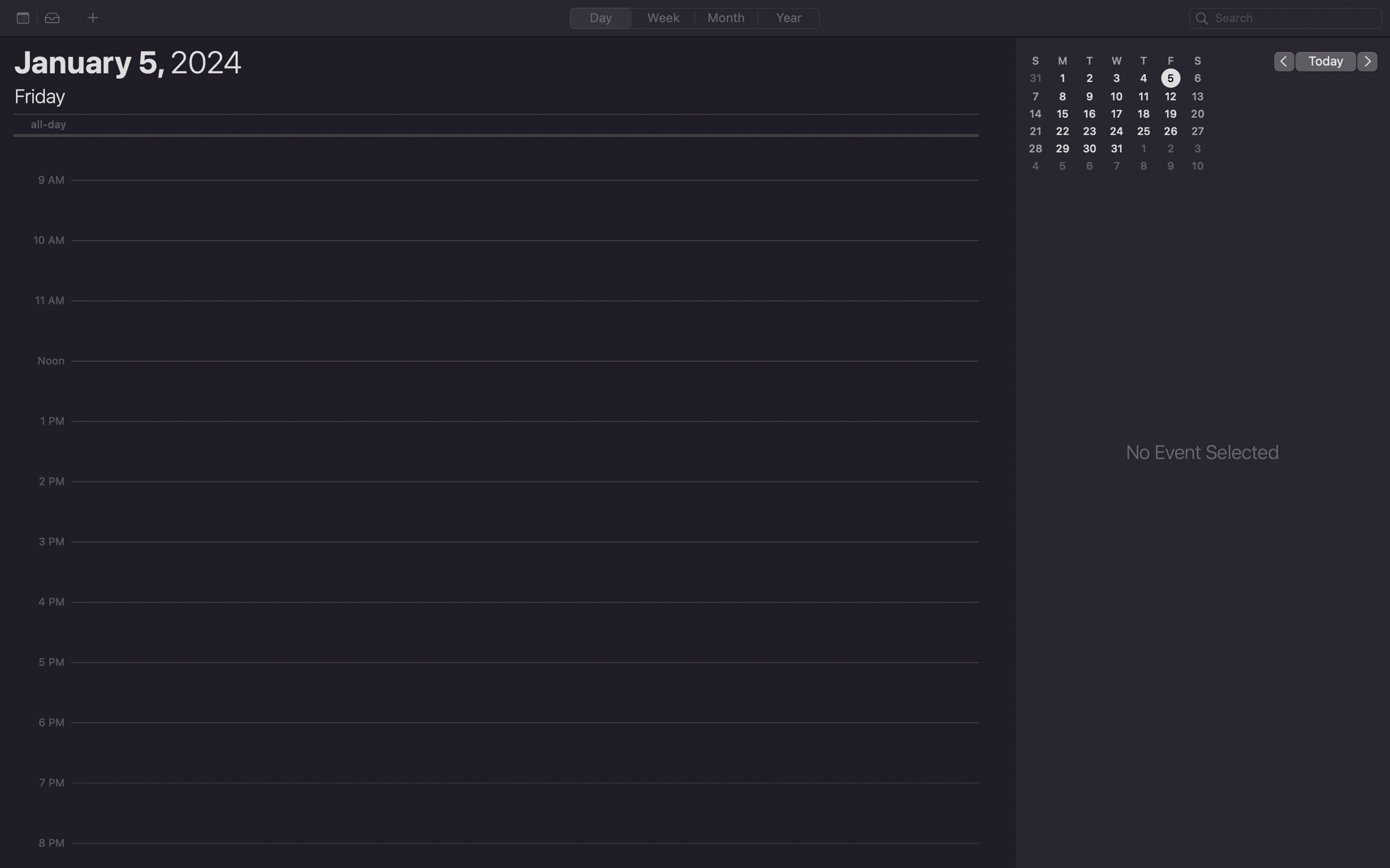 The width and height of the screenshot is (1390, 868). I want to click on the number 31, so click(1118, 149).